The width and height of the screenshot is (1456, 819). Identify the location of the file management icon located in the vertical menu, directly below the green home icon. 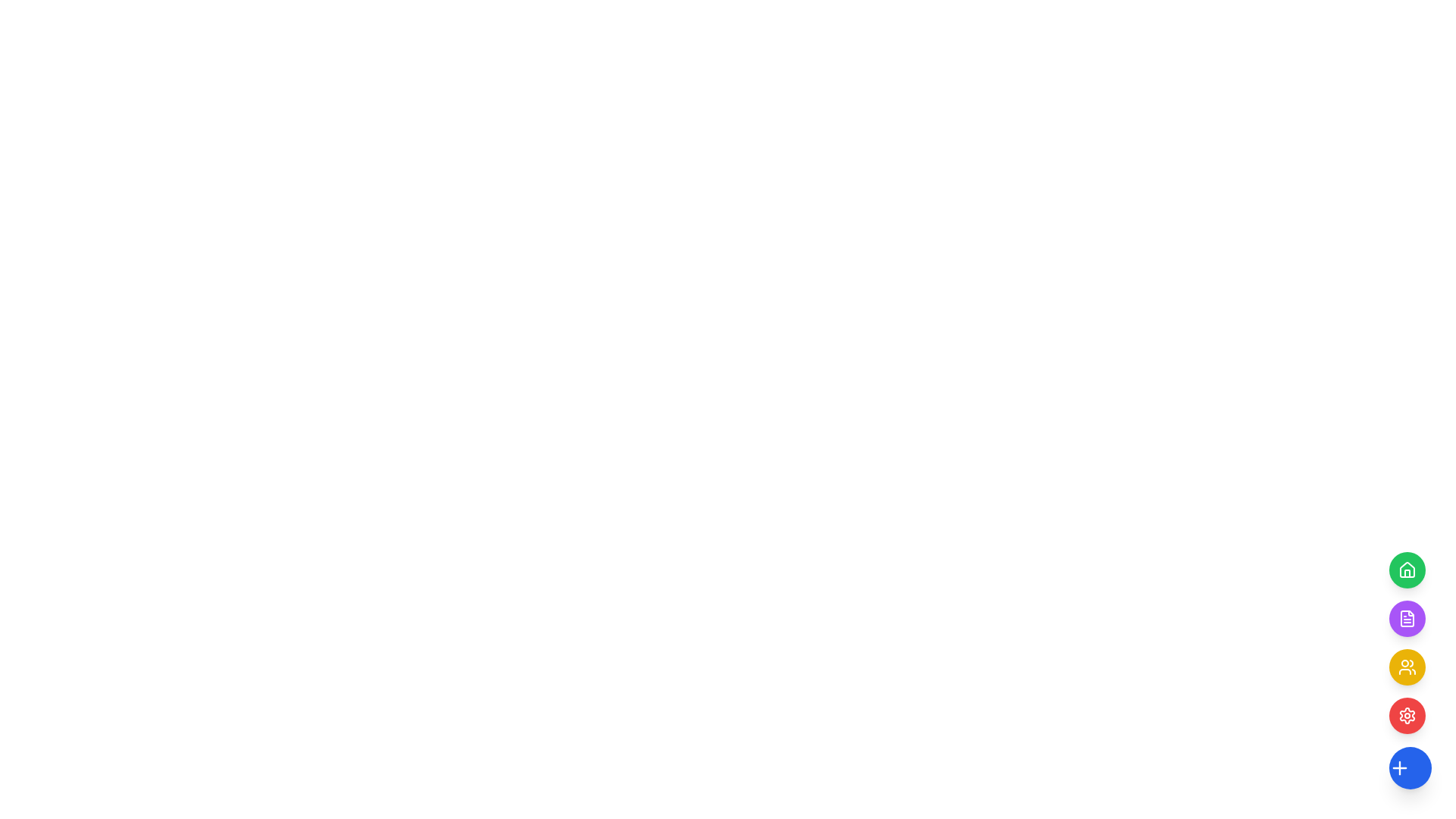
(1407, 619).